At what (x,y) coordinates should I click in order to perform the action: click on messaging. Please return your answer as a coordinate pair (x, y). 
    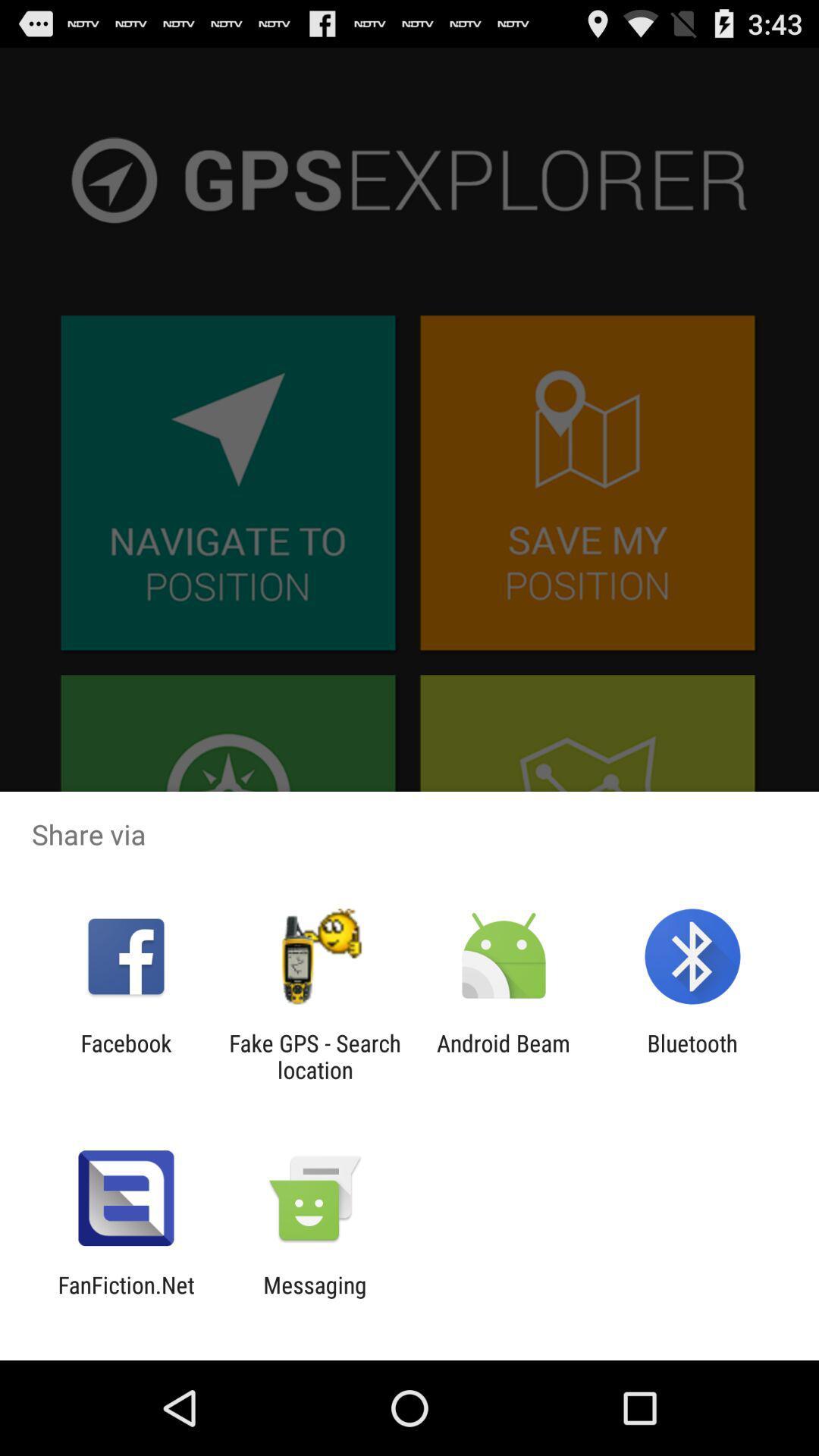
    Looking at the image, I should click on (314, 1298).